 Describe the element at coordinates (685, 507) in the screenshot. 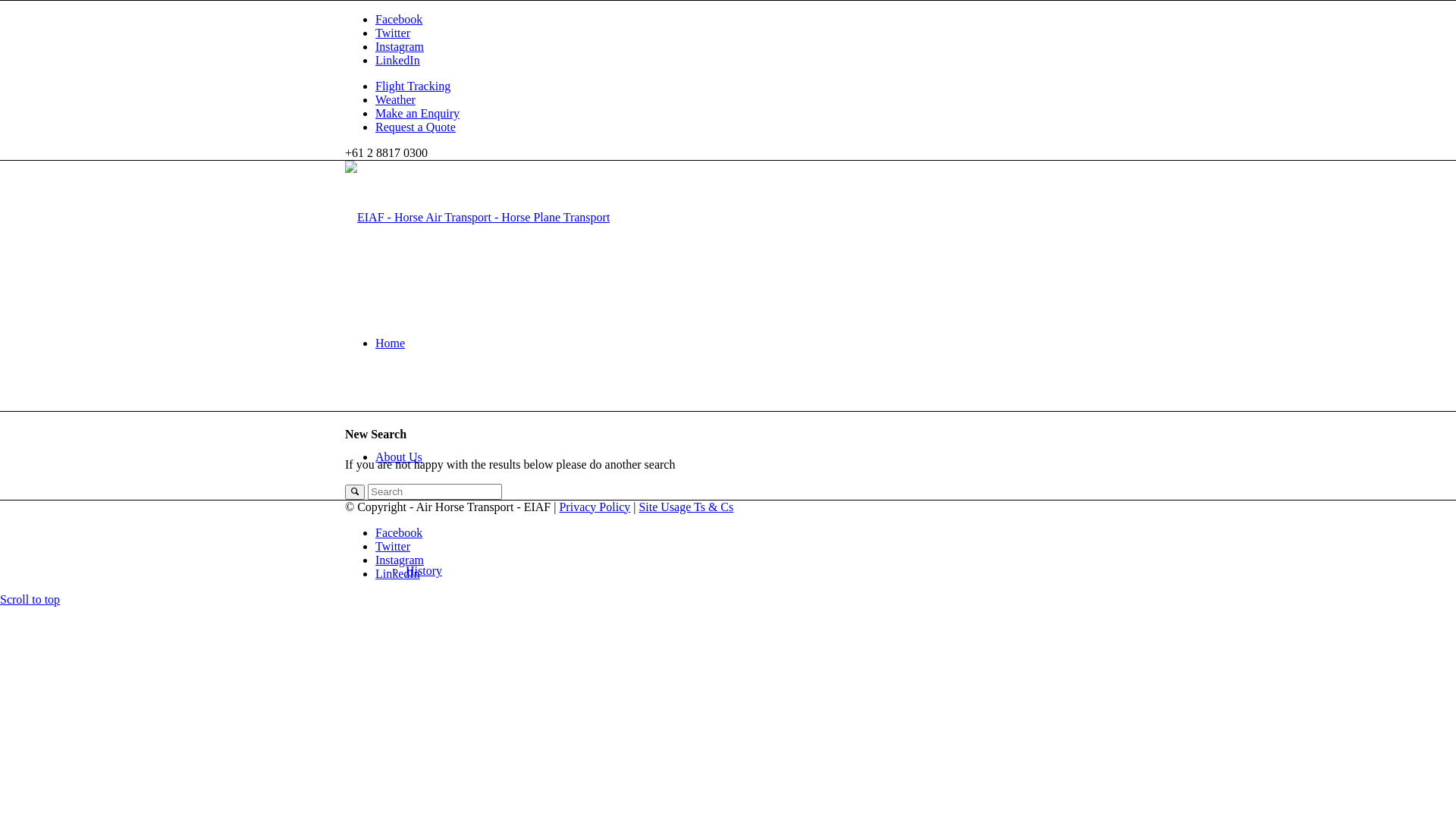

I see `'Site Usage Ts & Cs'` at that location.